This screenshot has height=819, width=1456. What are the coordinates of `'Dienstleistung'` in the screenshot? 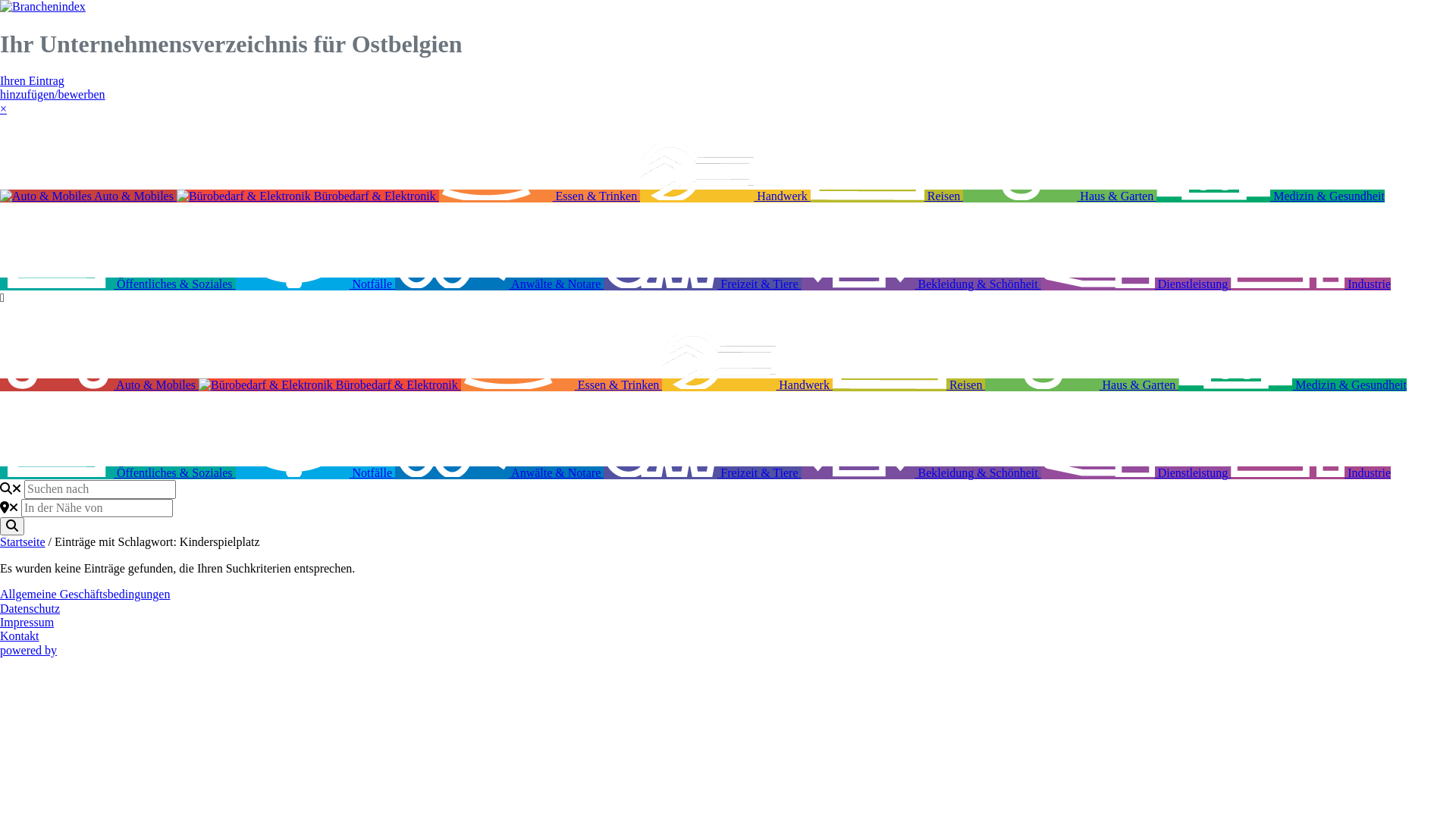 It's located at (1135, 284).